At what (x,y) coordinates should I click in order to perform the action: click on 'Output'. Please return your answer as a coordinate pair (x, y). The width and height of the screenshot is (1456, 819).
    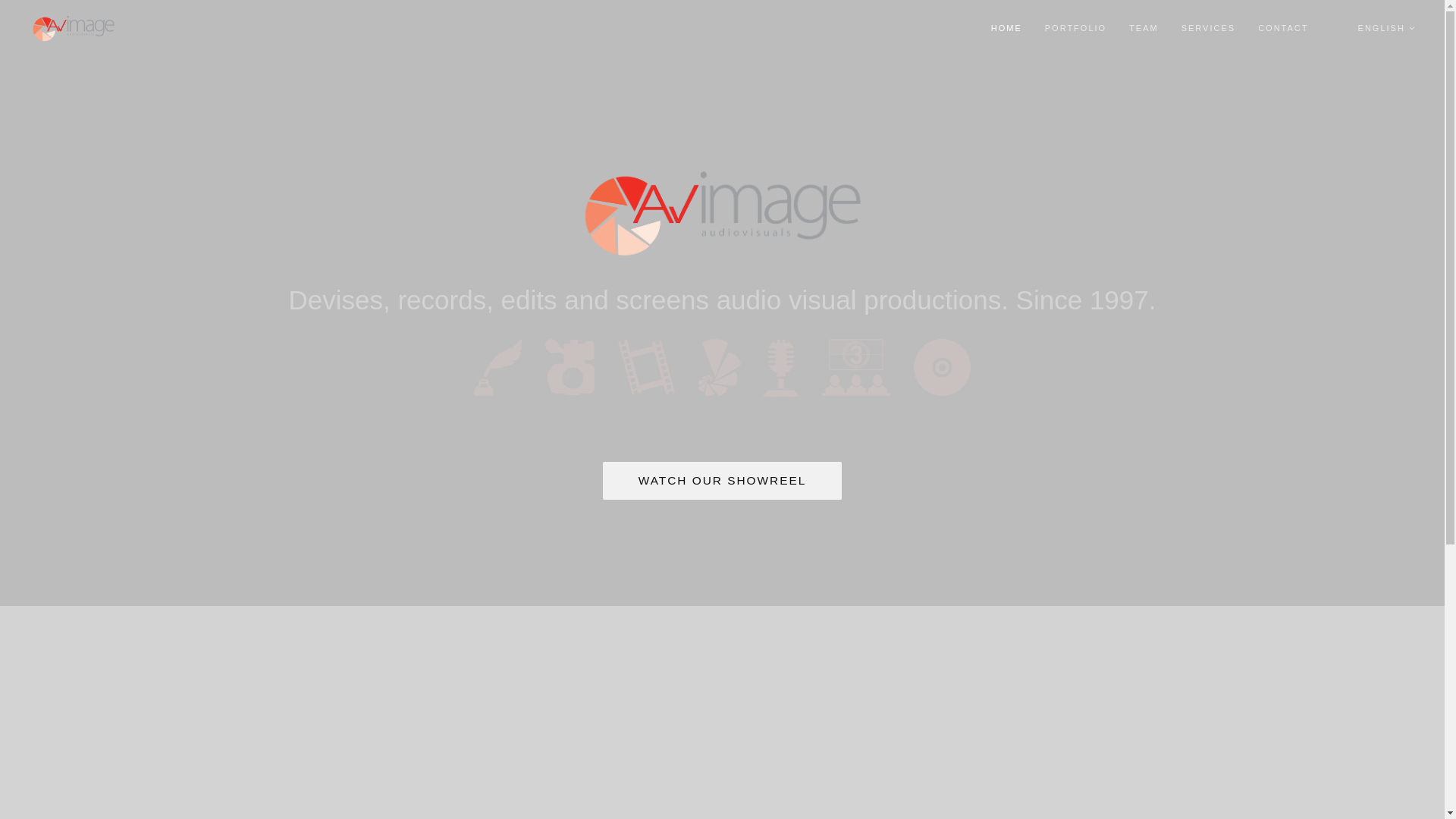
    Looking at the image, I should click on (941, 367).